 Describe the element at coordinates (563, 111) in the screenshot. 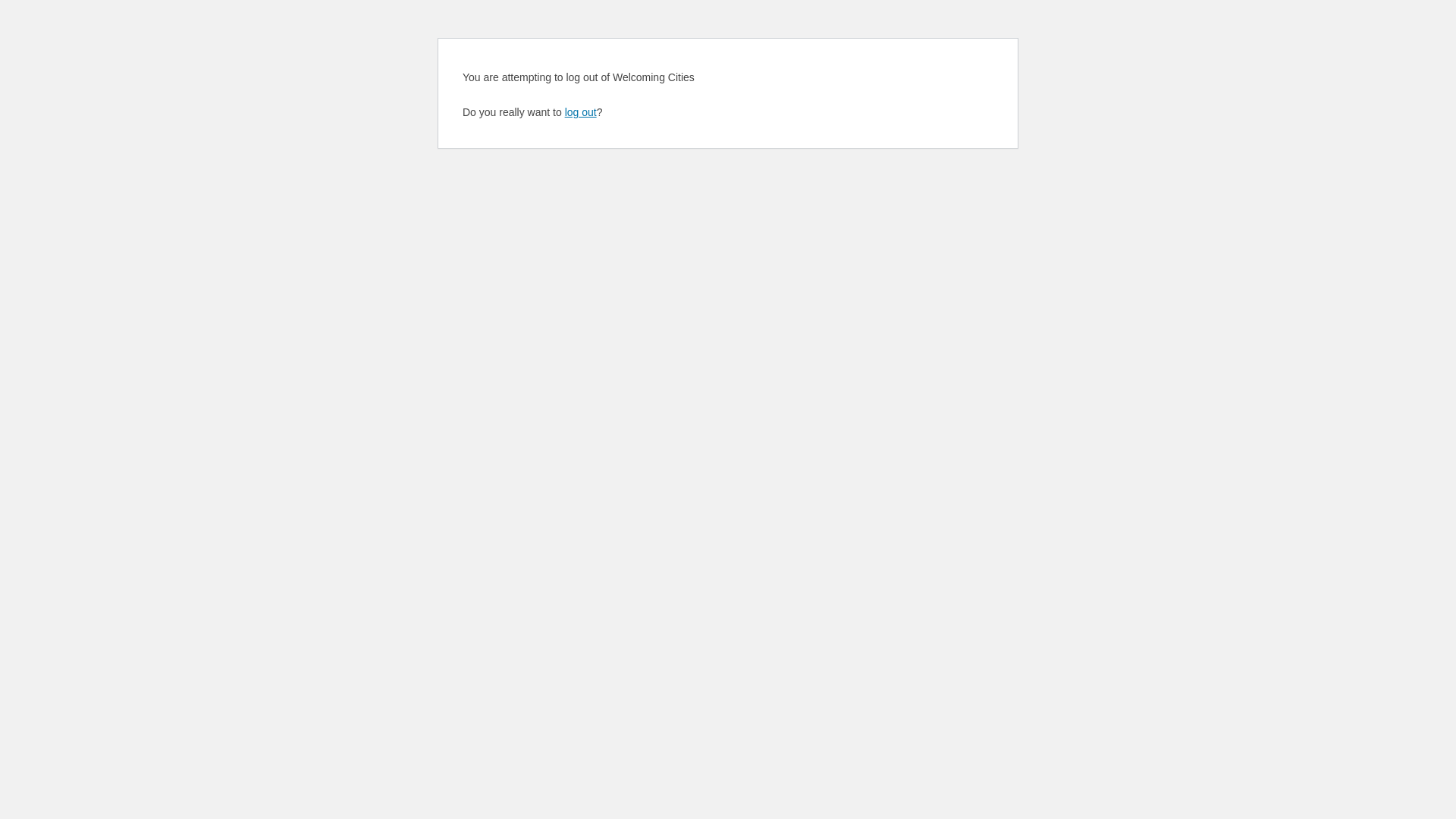

I see `'log out'` at that location.